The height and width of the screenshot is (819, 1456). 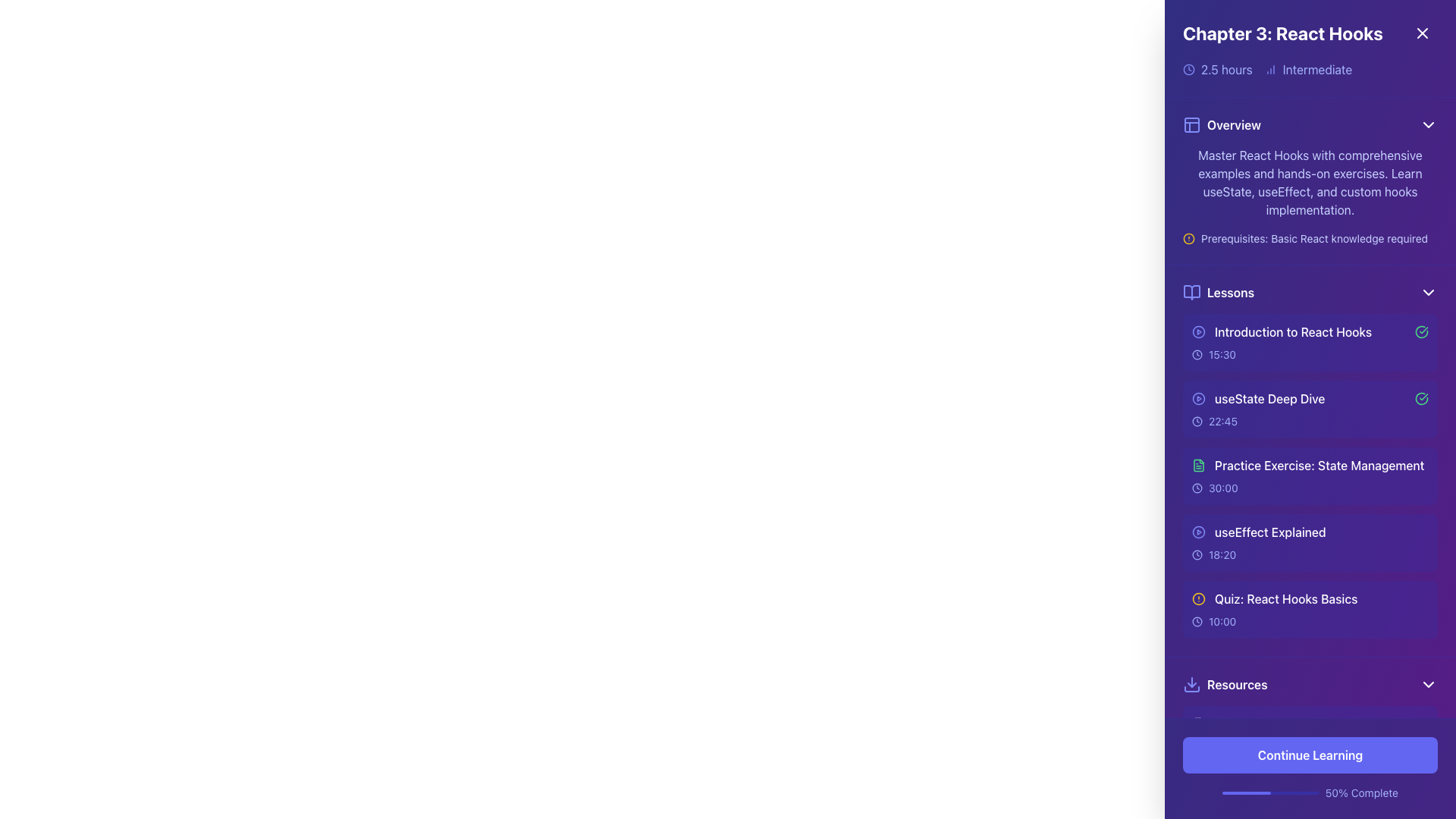 I want to click on the educational video lesson titled 'useEffect Explained' located in the 'Chapter 3: React Hooks' section, so click(x=1259, y=532).